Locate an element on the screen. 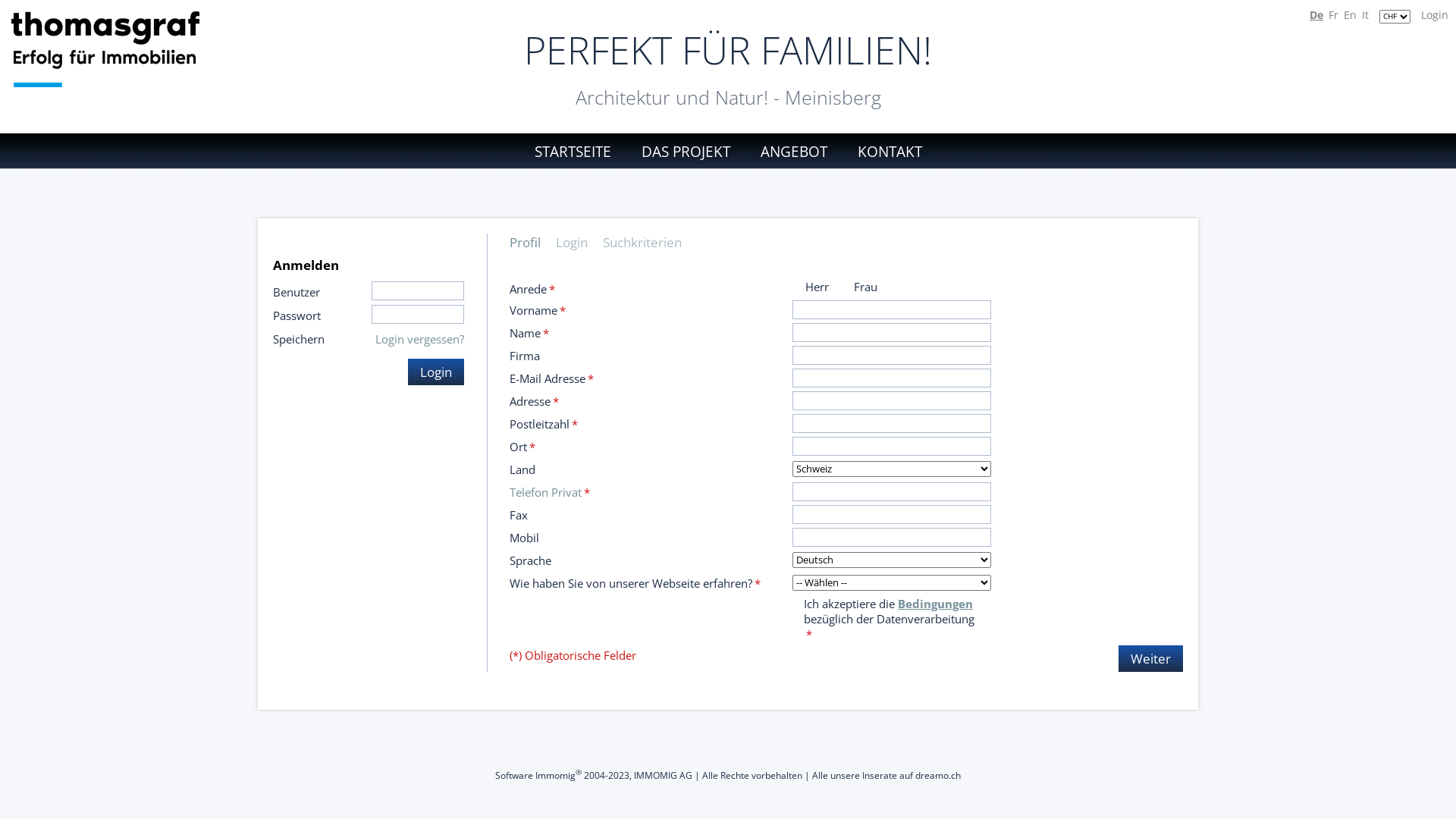 This screenshot has width=1456, height=819. 'Profil' is located at coordinates (532, 241).